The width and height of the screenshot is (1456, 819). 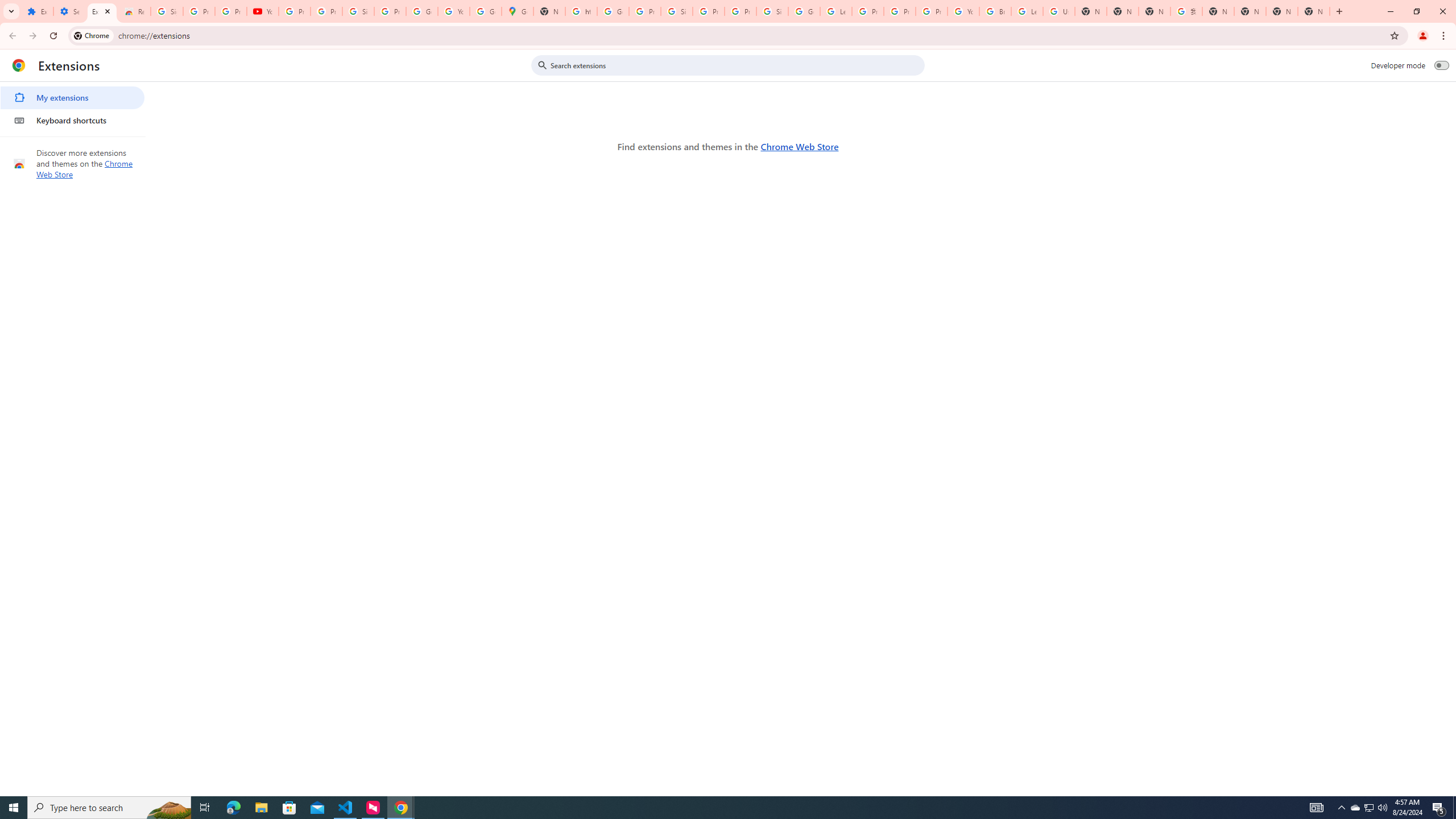 What do you see at coordinates (799, 146) in the screenshot?
I see `'Chrome Web Store'` at bounding box center [799, 146].